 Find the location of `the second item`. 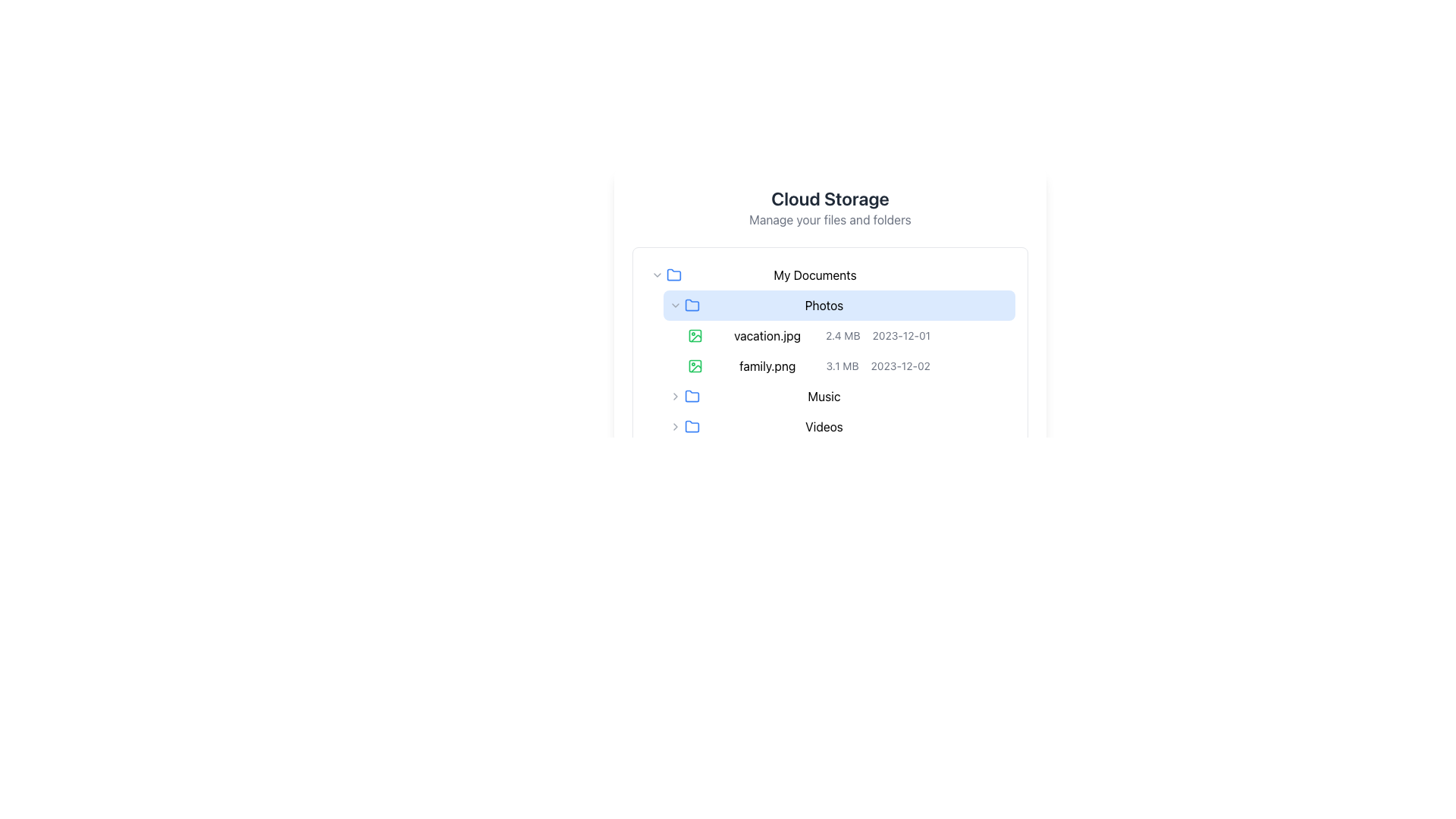

the second item is located at coordinates (829, 366).